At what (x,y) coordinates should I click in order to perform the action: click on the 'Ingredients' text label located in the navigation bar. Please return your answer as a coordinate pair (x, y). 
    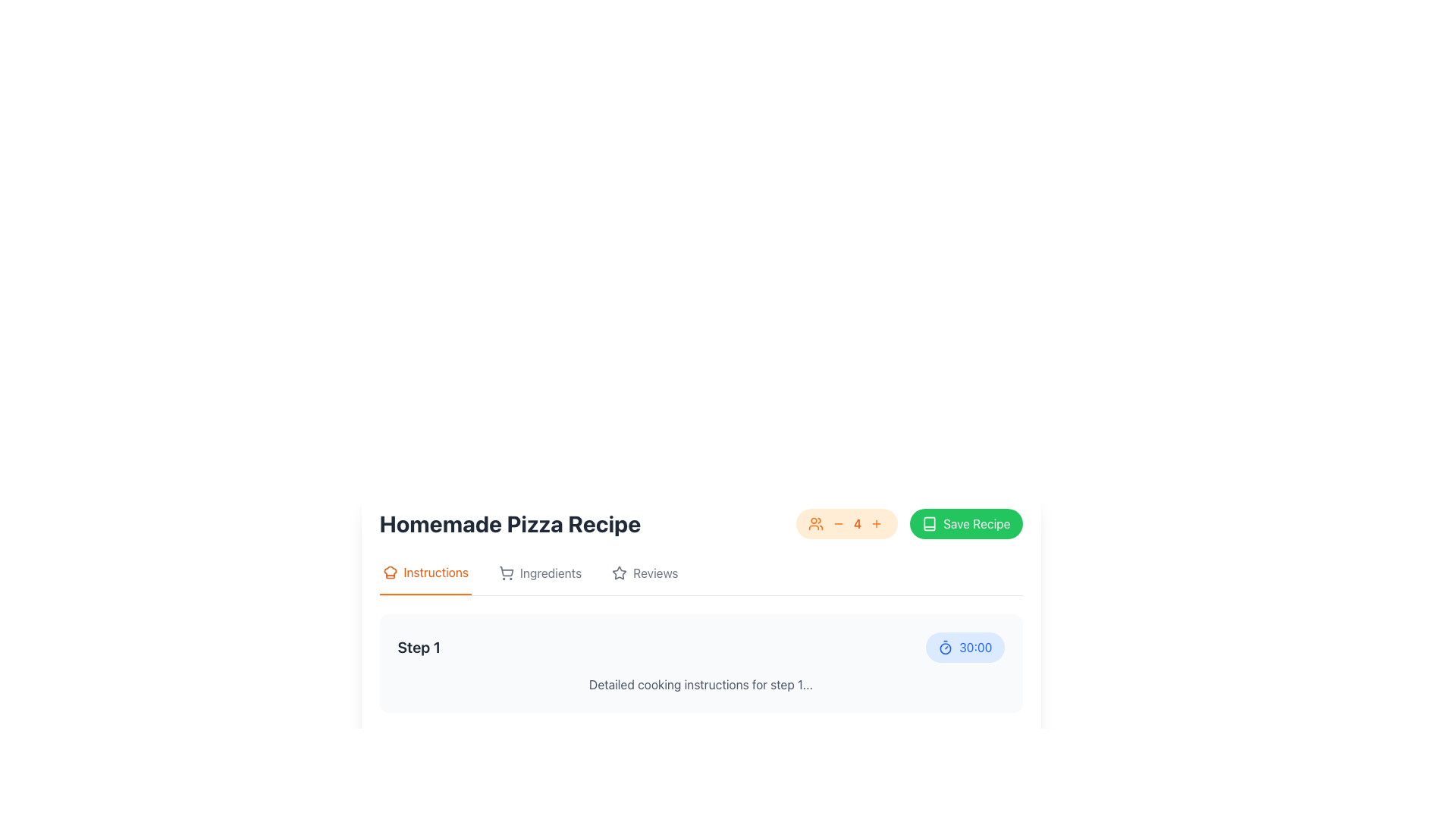
    Looking at the image, I should click on (550, 573).